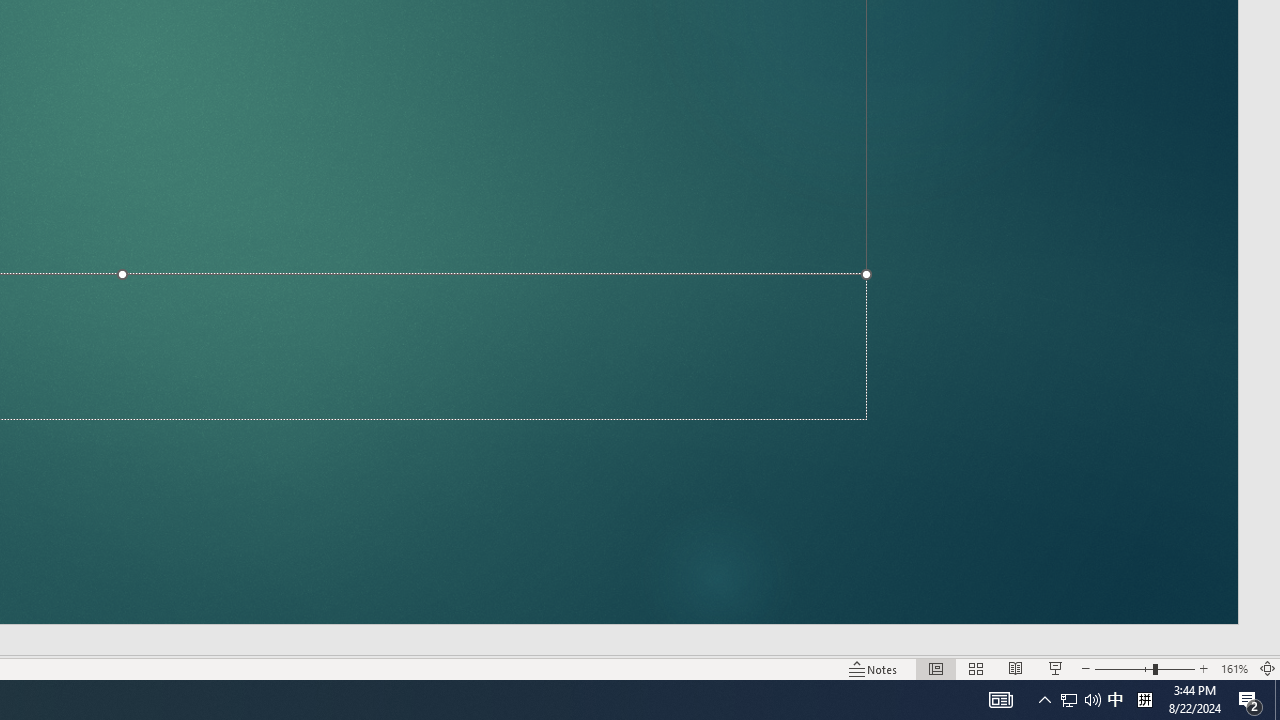 Image resolution: width=1280 pixels, height=720 pixels. Describe the element at coordinates (1233, 669) in the screenshot. I see `'Zoom 161%'` at that location.